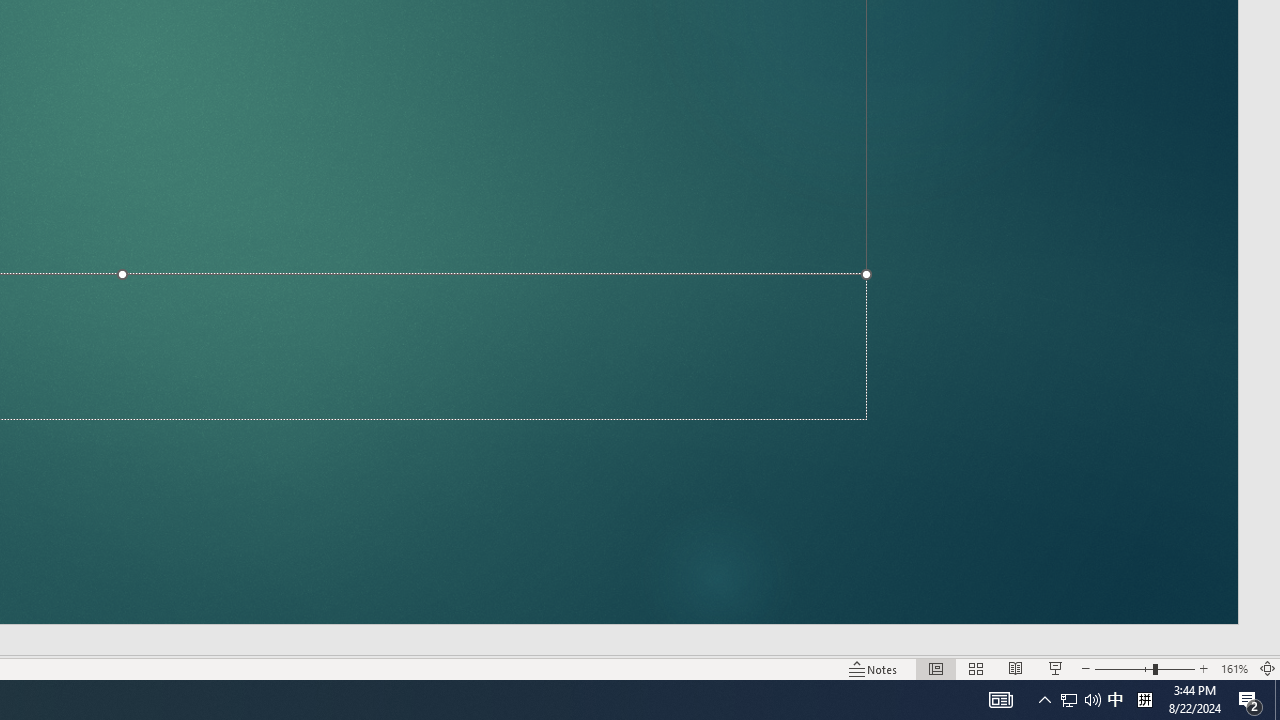 Image resolution: width=1280 pixels, height=720 pixels. Describe the element at coordinates (1233, 669) in the screenshot. I see `'Zoom 161%'` at that location.